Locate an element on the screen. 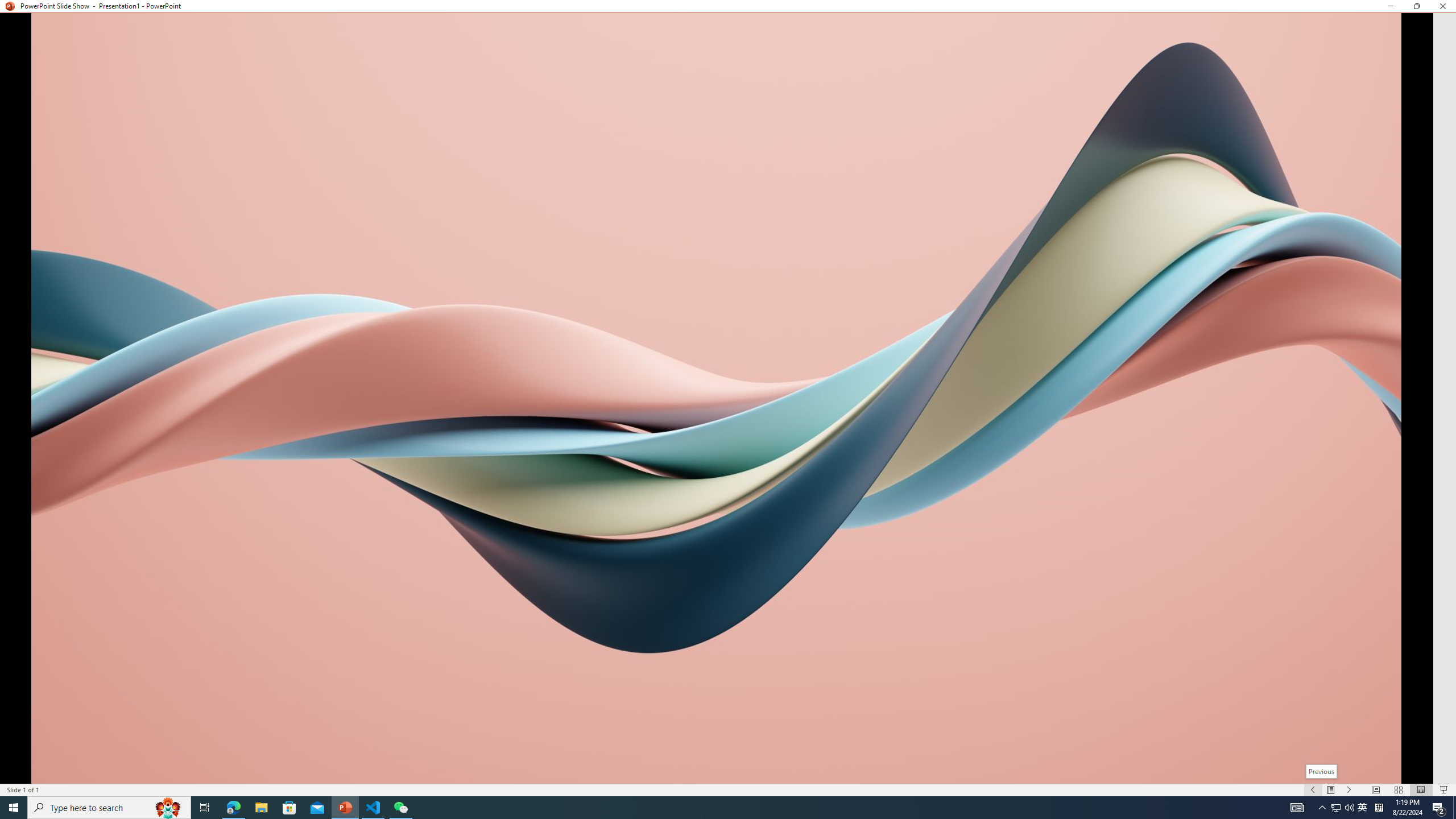 Image resolution: width=1456 pixels, height=819 pixels. 'Previous' is located at coordinates (1321, 771).